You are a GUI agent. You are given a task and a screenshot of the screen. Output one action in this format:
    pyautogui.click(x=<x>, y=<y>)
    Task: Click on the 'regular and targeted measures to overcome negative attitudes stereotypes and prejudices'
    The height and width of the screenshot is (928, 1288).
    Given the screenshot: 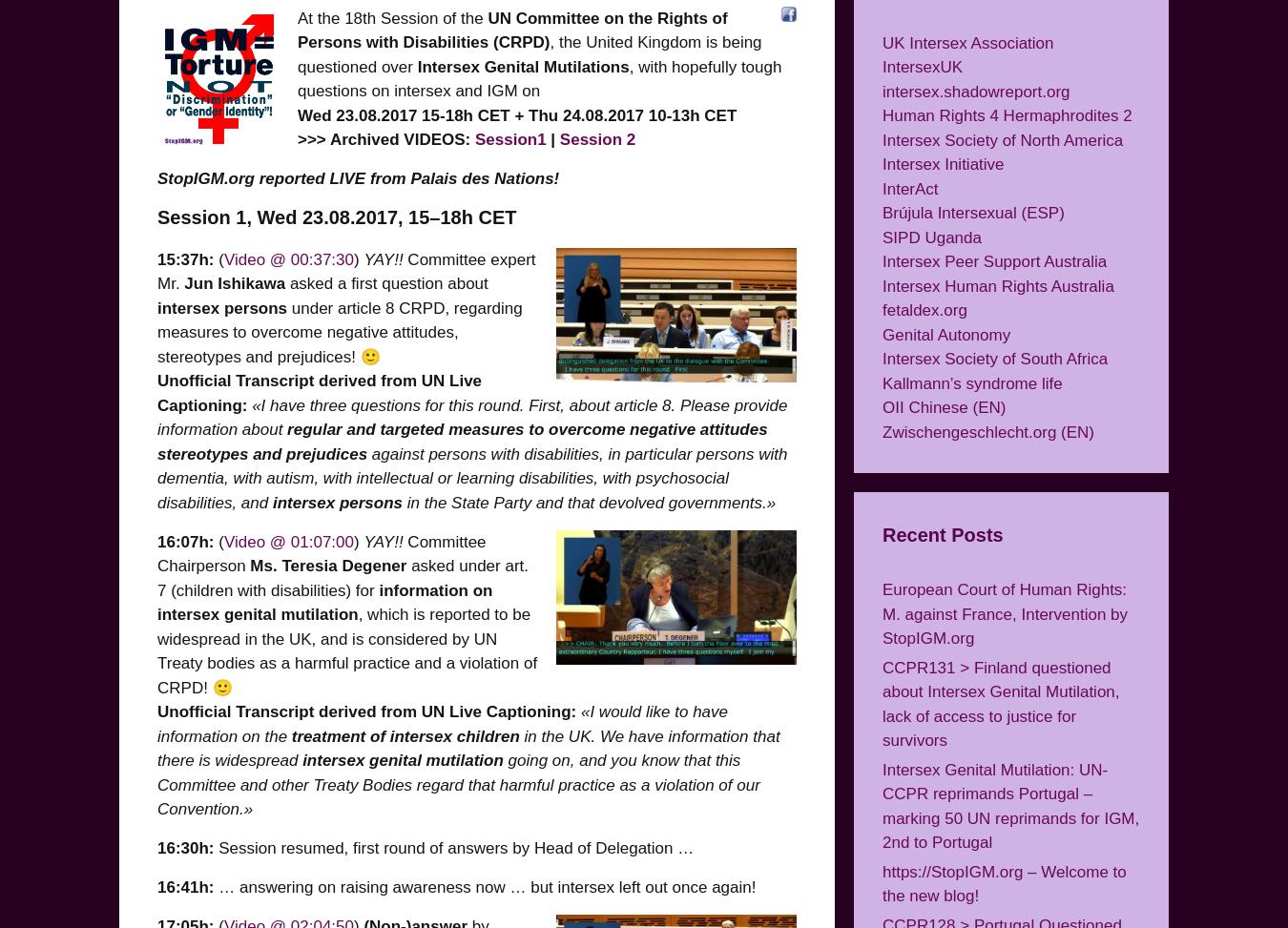 What is the action you would take?
    pyautogui.click(x=461, y=441)
    